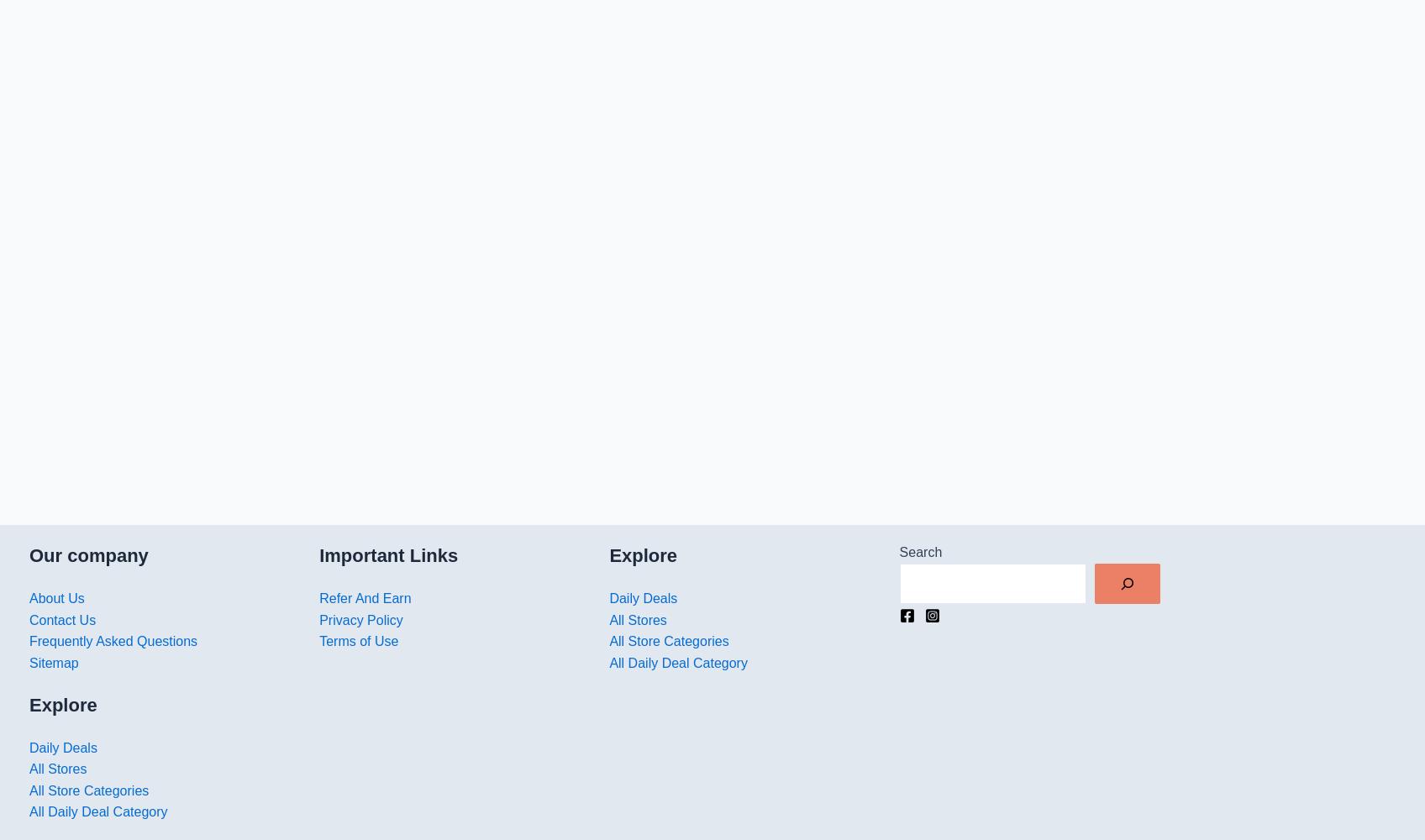  I want to click on 'Contact Us', so click(29, 618).